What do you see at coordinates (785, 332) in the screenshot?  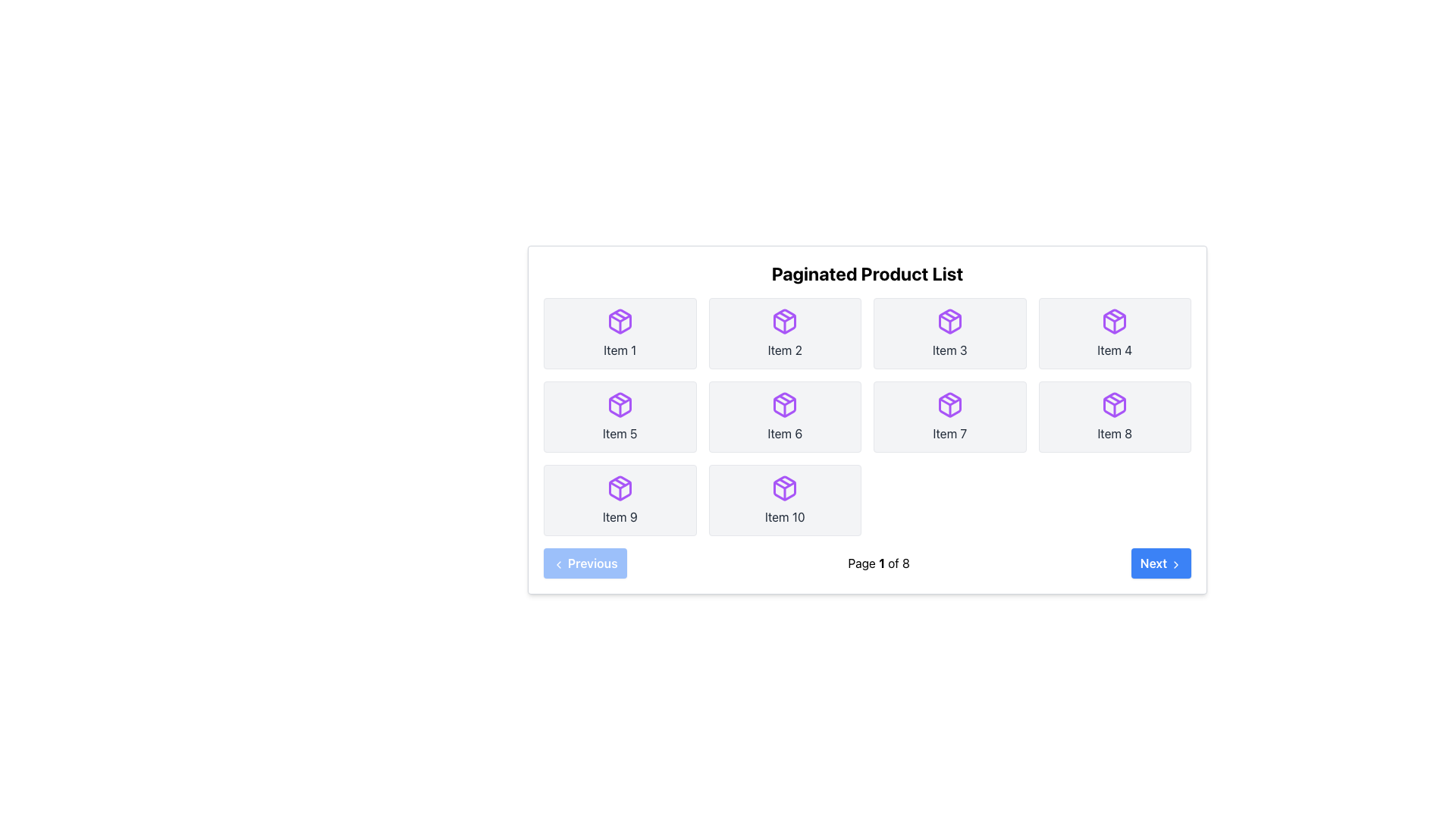 I see `the second grid item in the first row, which represents a product or category, to interact with it` at bounding box center [785, 332].